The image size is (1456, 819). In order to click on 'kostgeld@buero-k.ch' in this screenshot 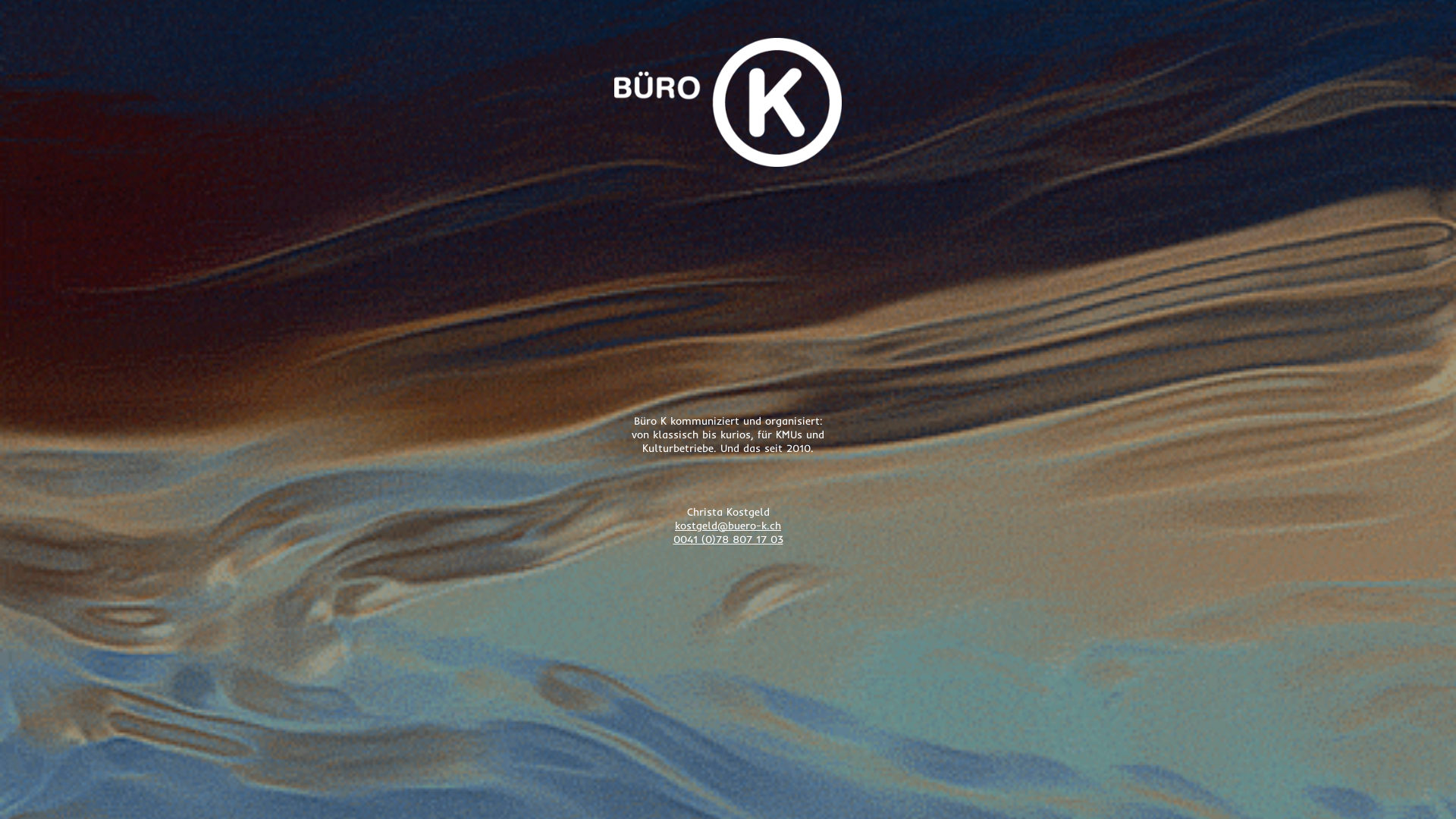, I will do `click(728, 525)`.